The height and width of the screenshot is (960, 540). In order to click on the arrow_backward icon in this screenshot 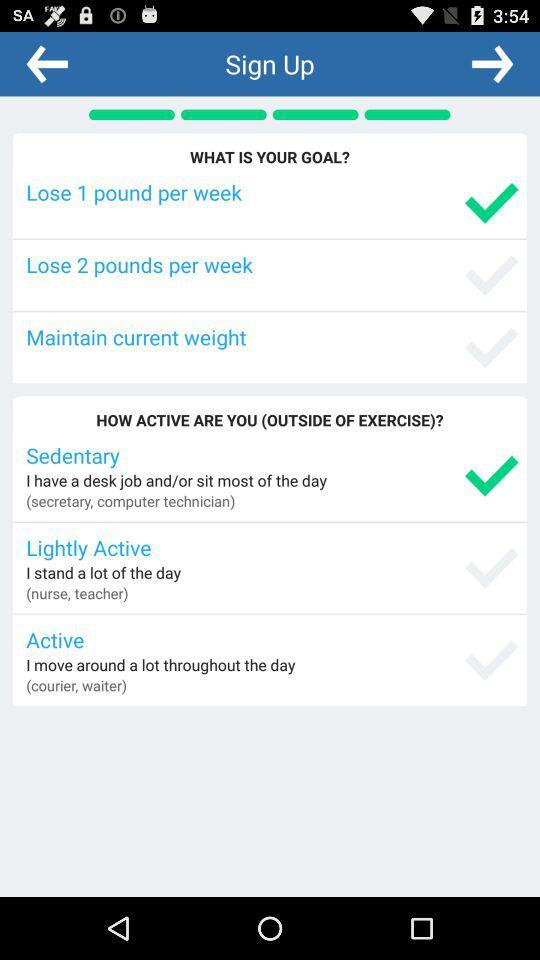, I will do `click(47, 68)`.